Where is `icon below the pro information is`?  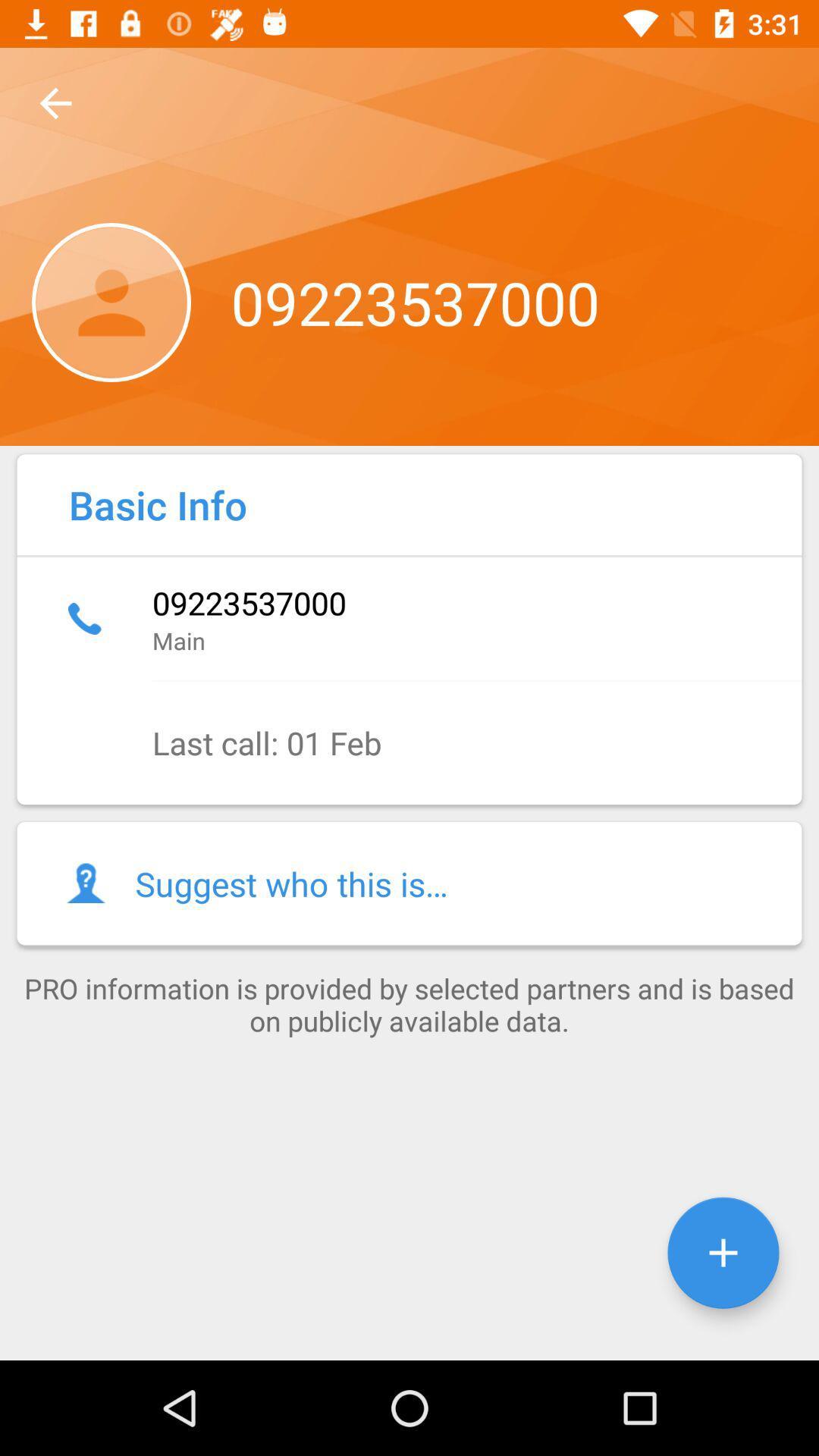 icon below the pro information is is located at coordinates (722, 1253).